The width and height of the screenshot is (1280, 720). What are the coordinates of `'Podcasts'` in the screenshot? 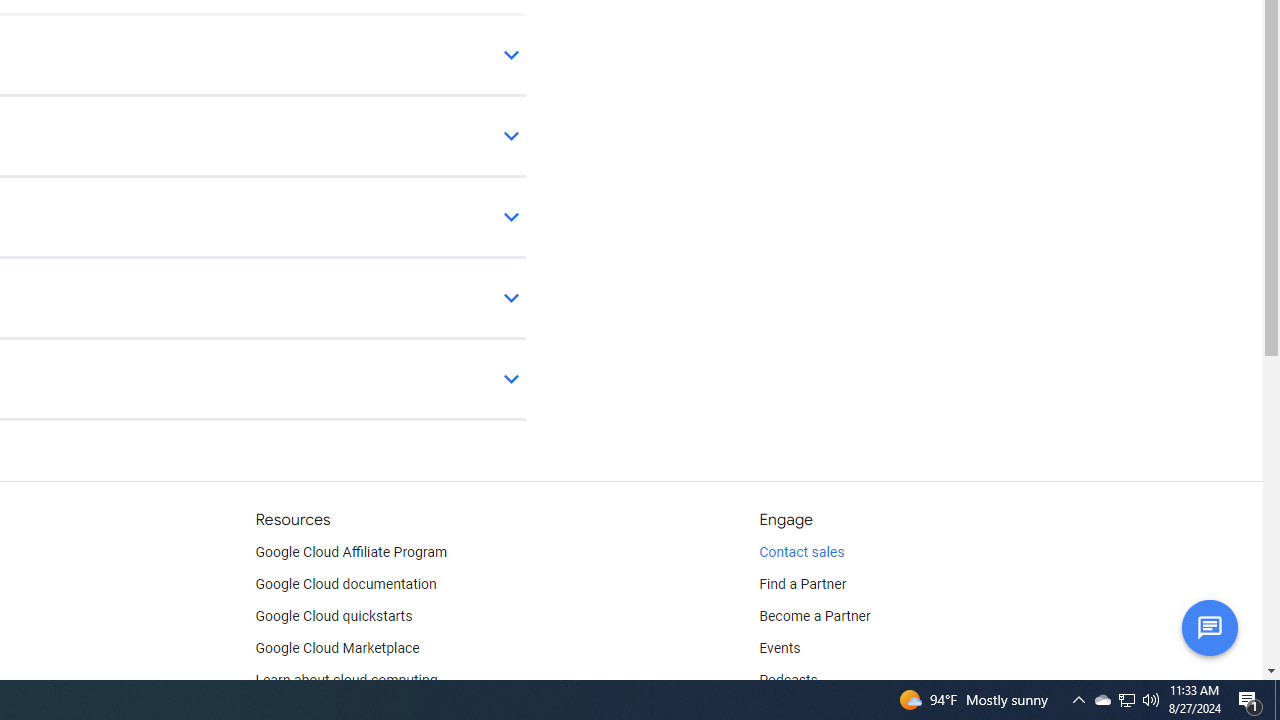 It's located at (787, 680).